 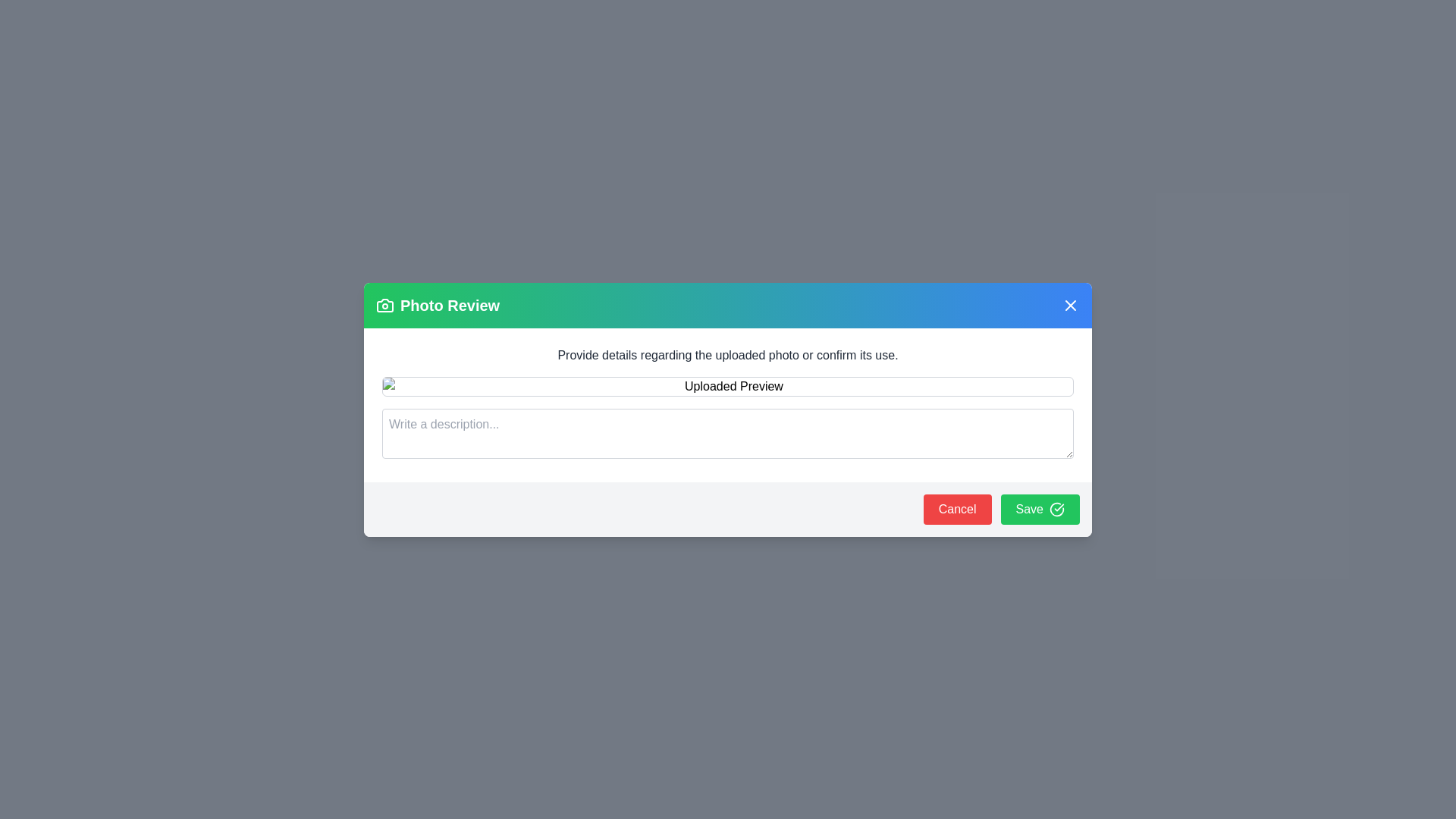 I want to click on 'Cancel' button to close the dialog, so click(x=956, y=509).